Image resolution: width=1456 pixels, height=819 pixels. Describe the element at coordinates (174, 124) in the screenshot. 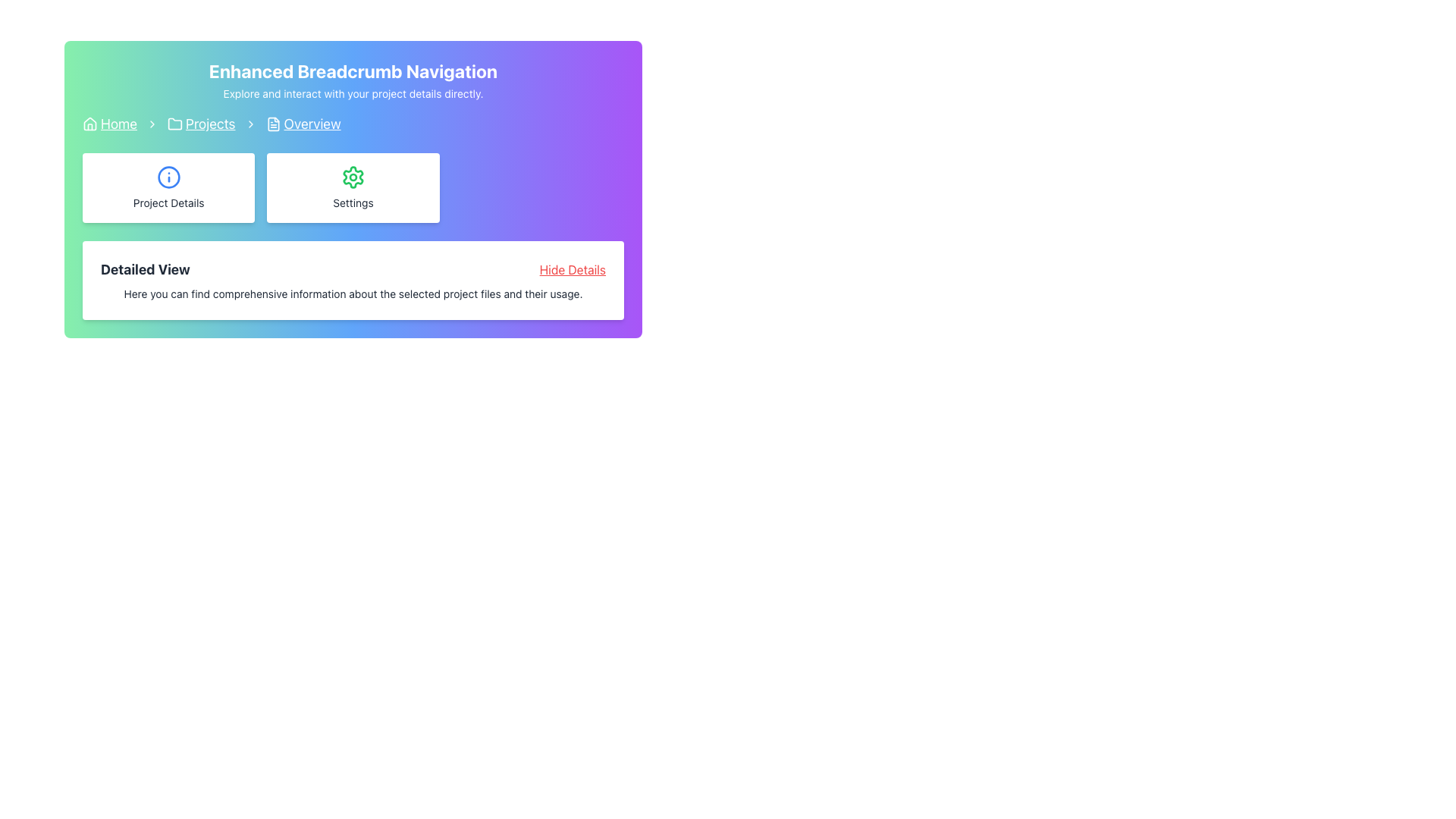

I see `the folder icon located in the breadcrumb navigation bar, to the left of the 'Projects' text link, which serves as a visual aid for navigation` at that location.